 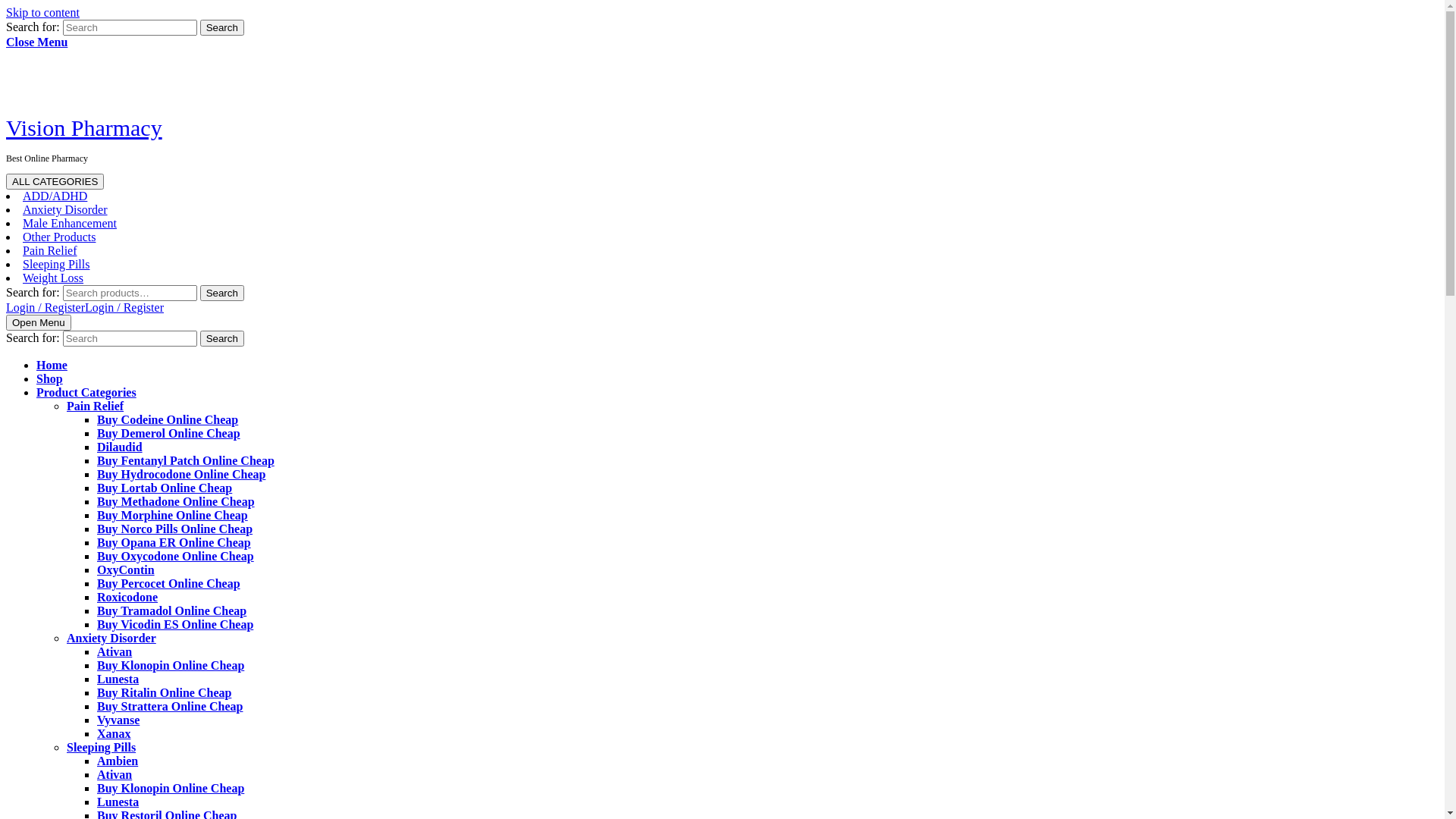 I want to click on 'Weight Loss', so click(x=53, y=278).